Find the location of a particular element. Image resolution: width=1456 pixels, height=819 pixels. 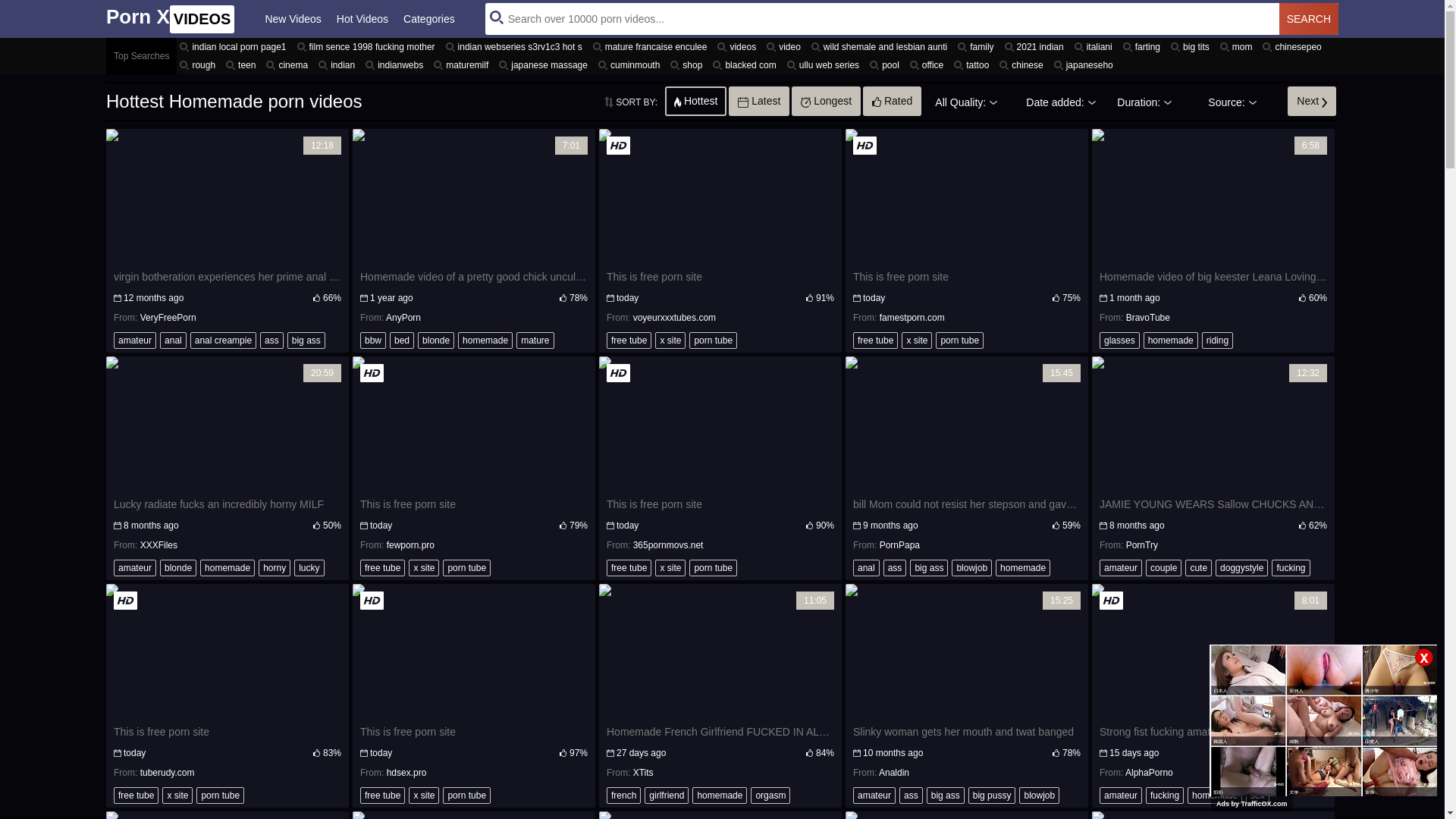

'homemade' is located at coordinates (457, 339).